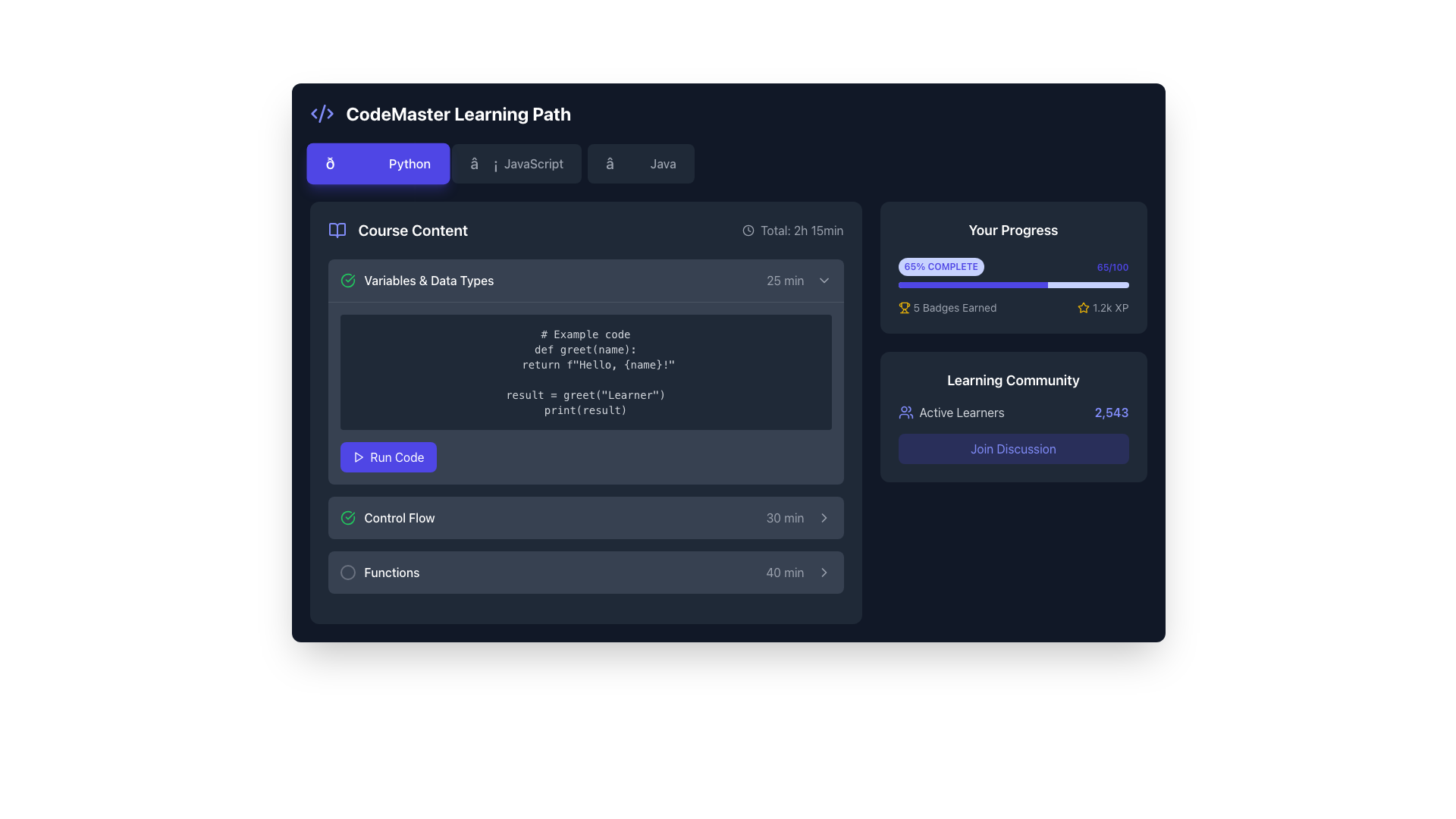 This screenshot has width=1456, height=819. What do you see at coordinates (823, 516) in the screenshot?
I see `the right-pointing chevron icon indicating navigation through keyboard navigation` at bounding box center [823, 516].